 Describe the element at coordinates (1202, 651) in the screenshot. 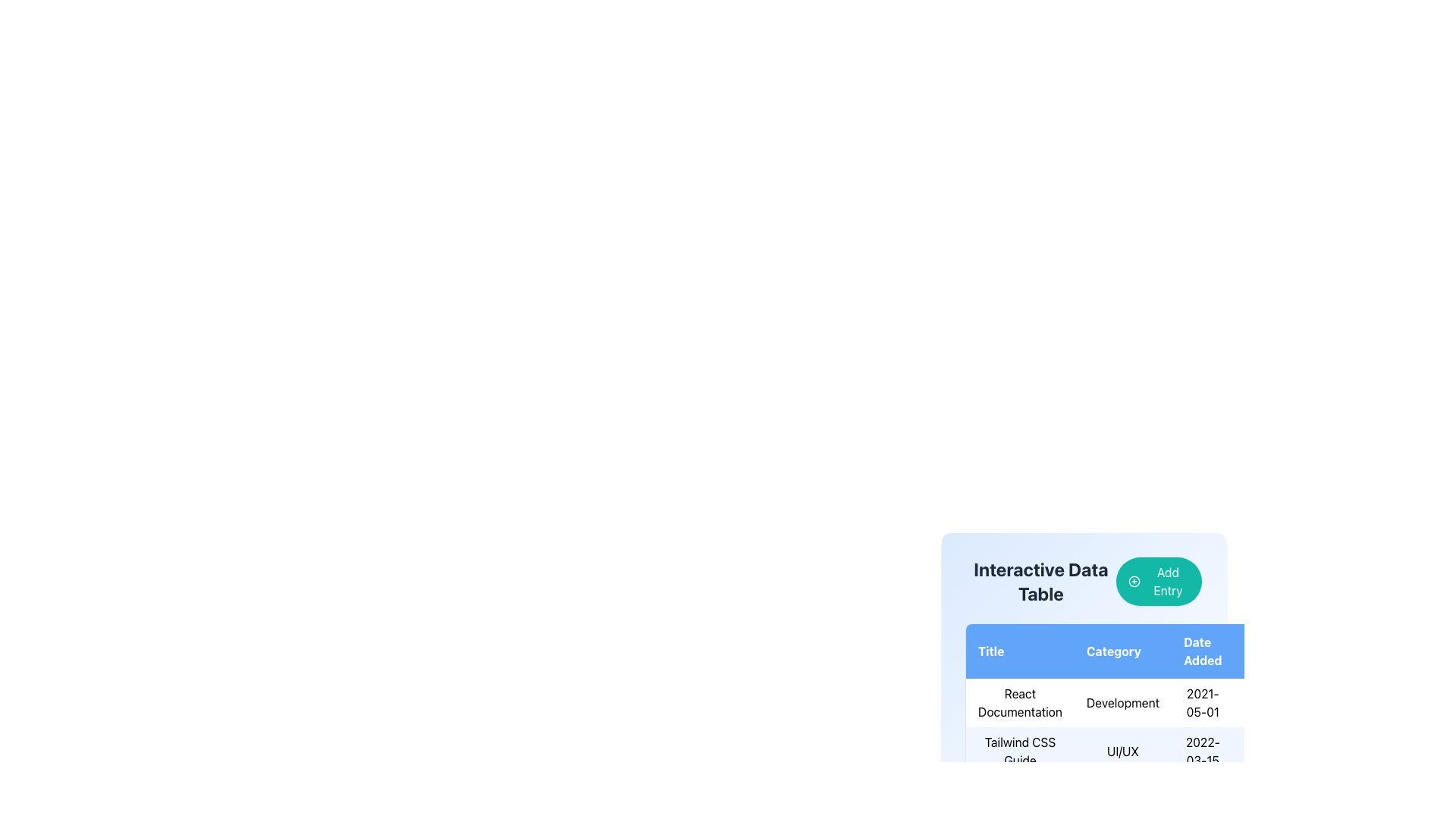

I see `the 'Date Added' table header, which is the third item in a horizontal header row, featuring white text on a light blue background` at that location.